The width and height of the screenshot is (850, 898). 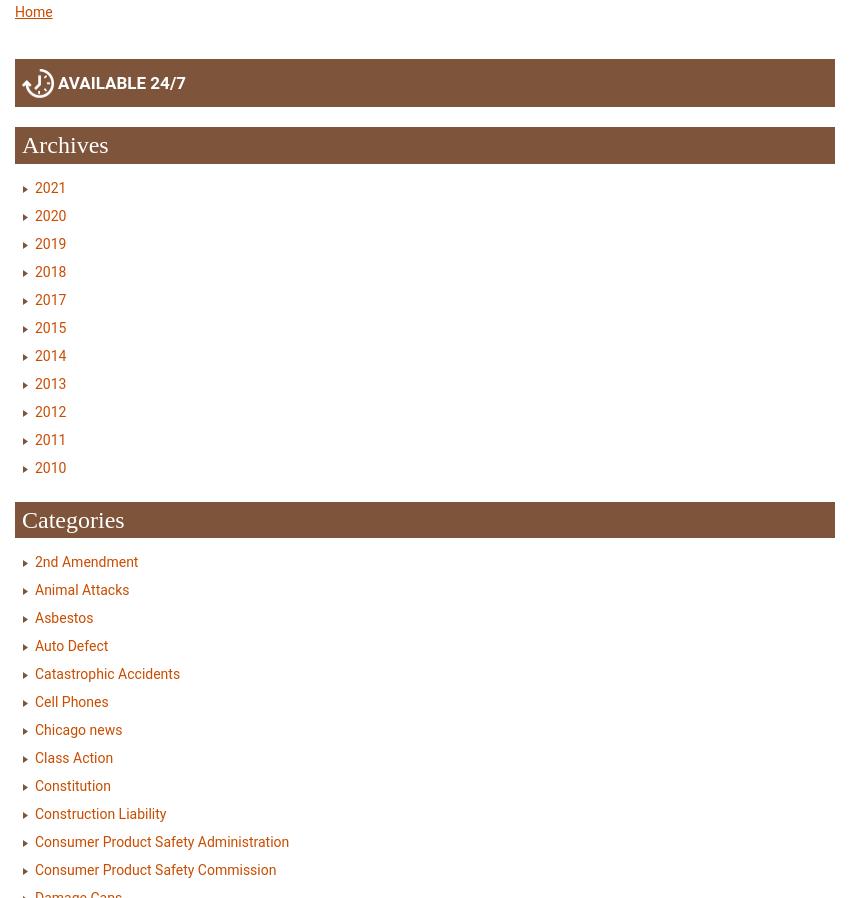 What do you see at coordinates (50, 271) in the screenshot?
I see `'2018'` at bounding box center [50, 271].